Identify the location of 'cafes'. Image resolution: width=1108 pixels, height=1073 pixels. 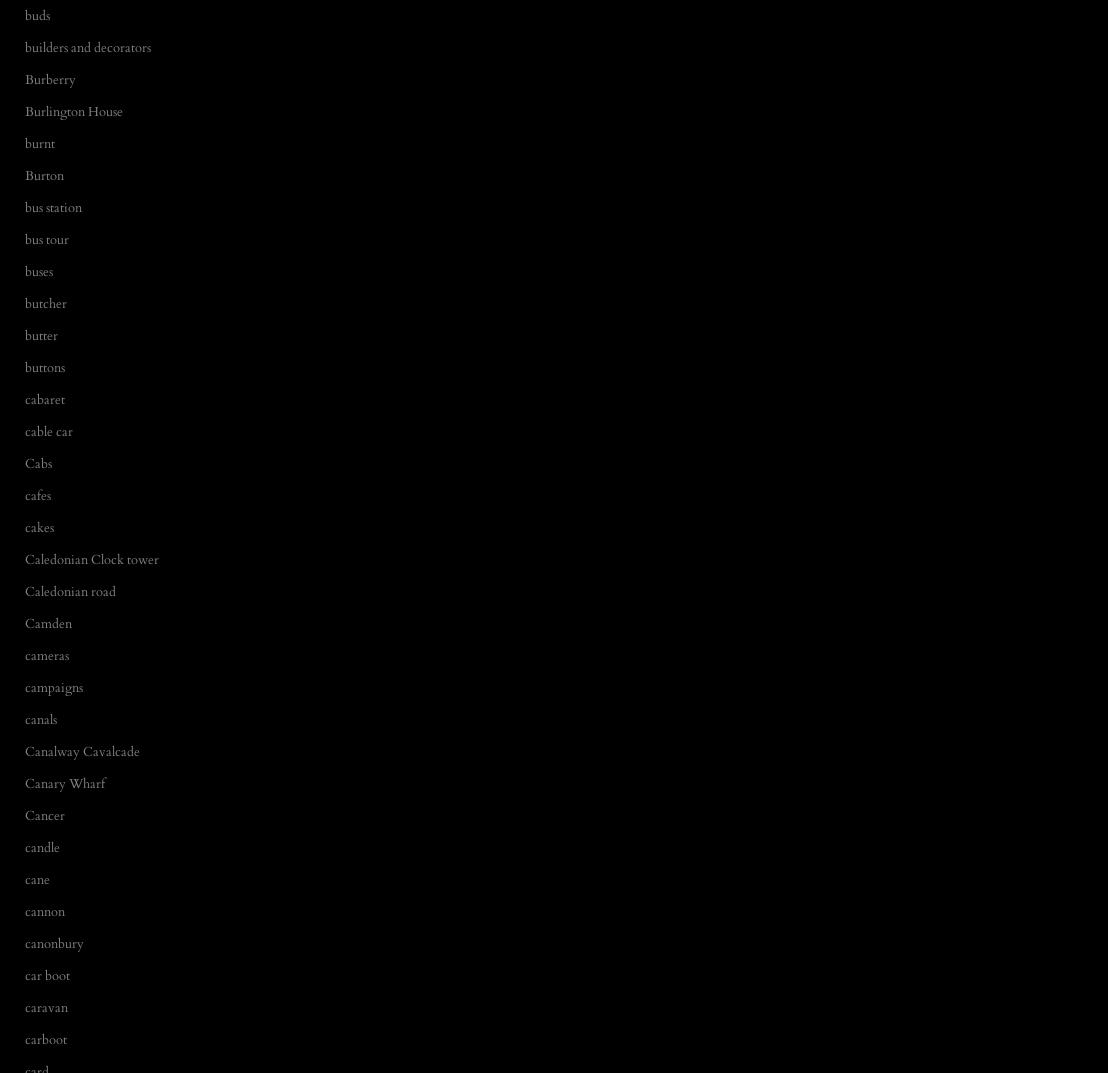
(38, 493).